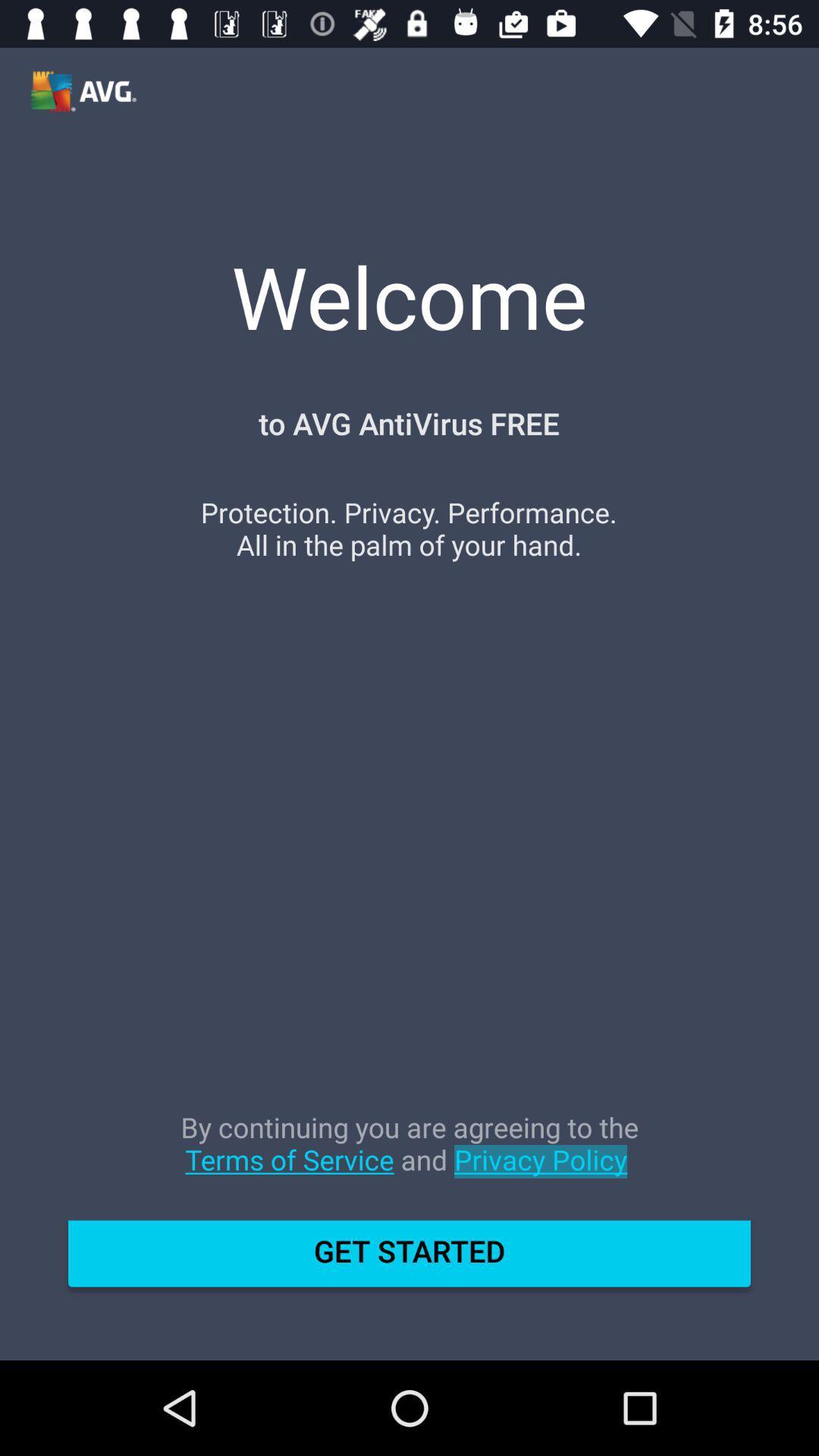 The image size is (819, 1456). I want to click on the by continuing you icon, so click(409, 1158).